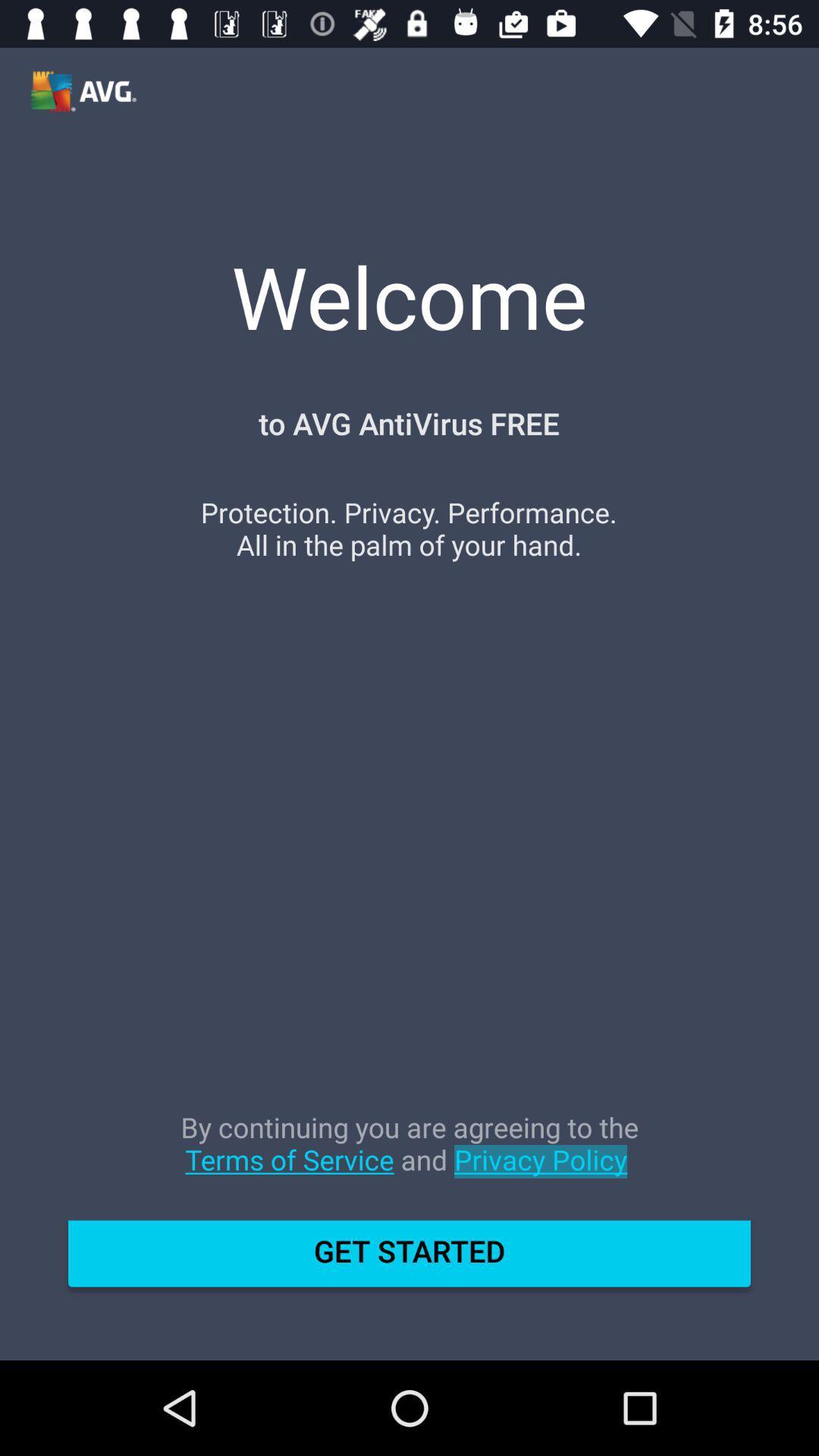 The image size is (819, 1456). I want to click on the by continuing you icon, so click(409, 1158).